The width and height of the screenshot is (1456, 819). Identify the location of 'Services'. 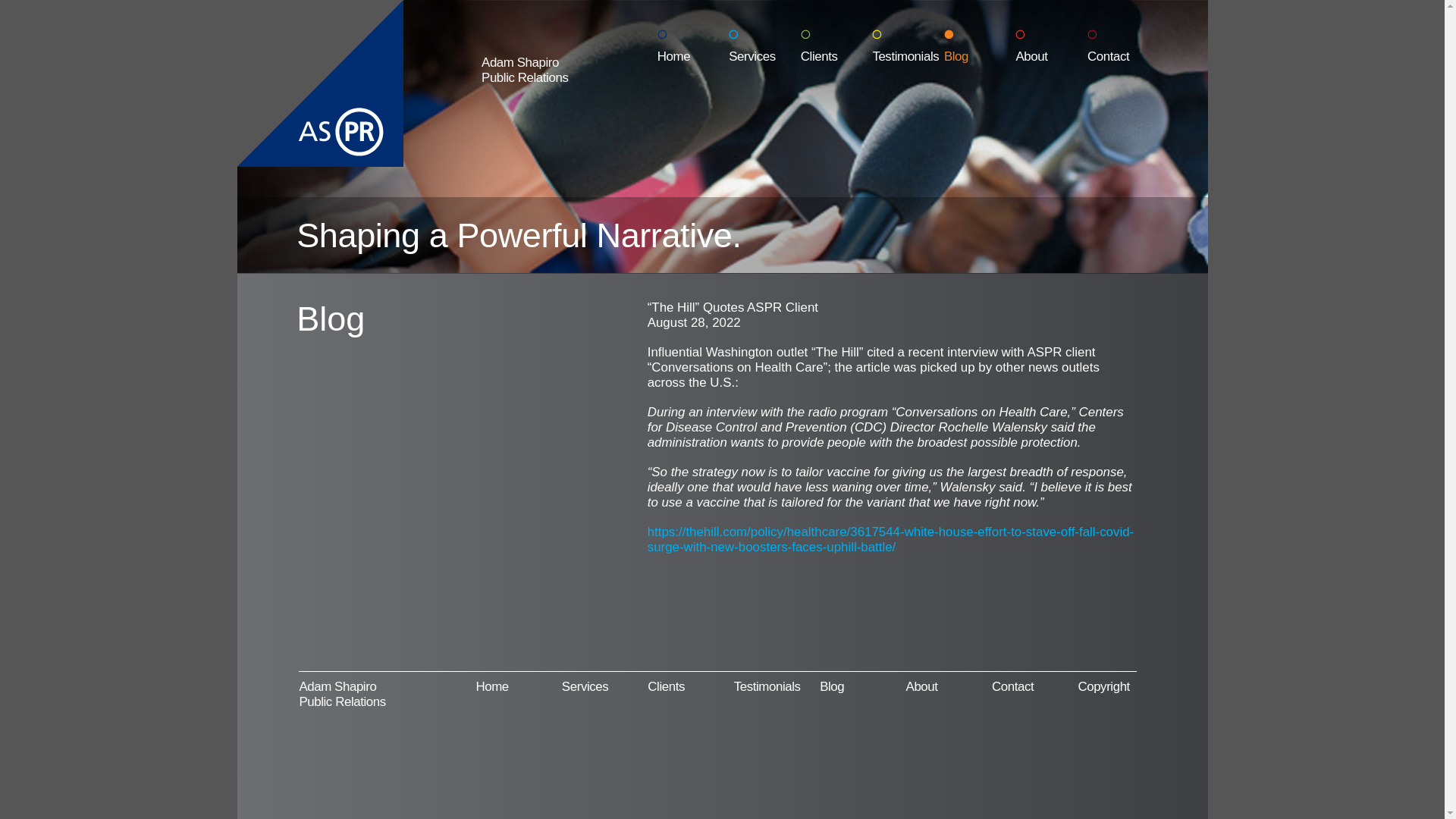
(584, 686).